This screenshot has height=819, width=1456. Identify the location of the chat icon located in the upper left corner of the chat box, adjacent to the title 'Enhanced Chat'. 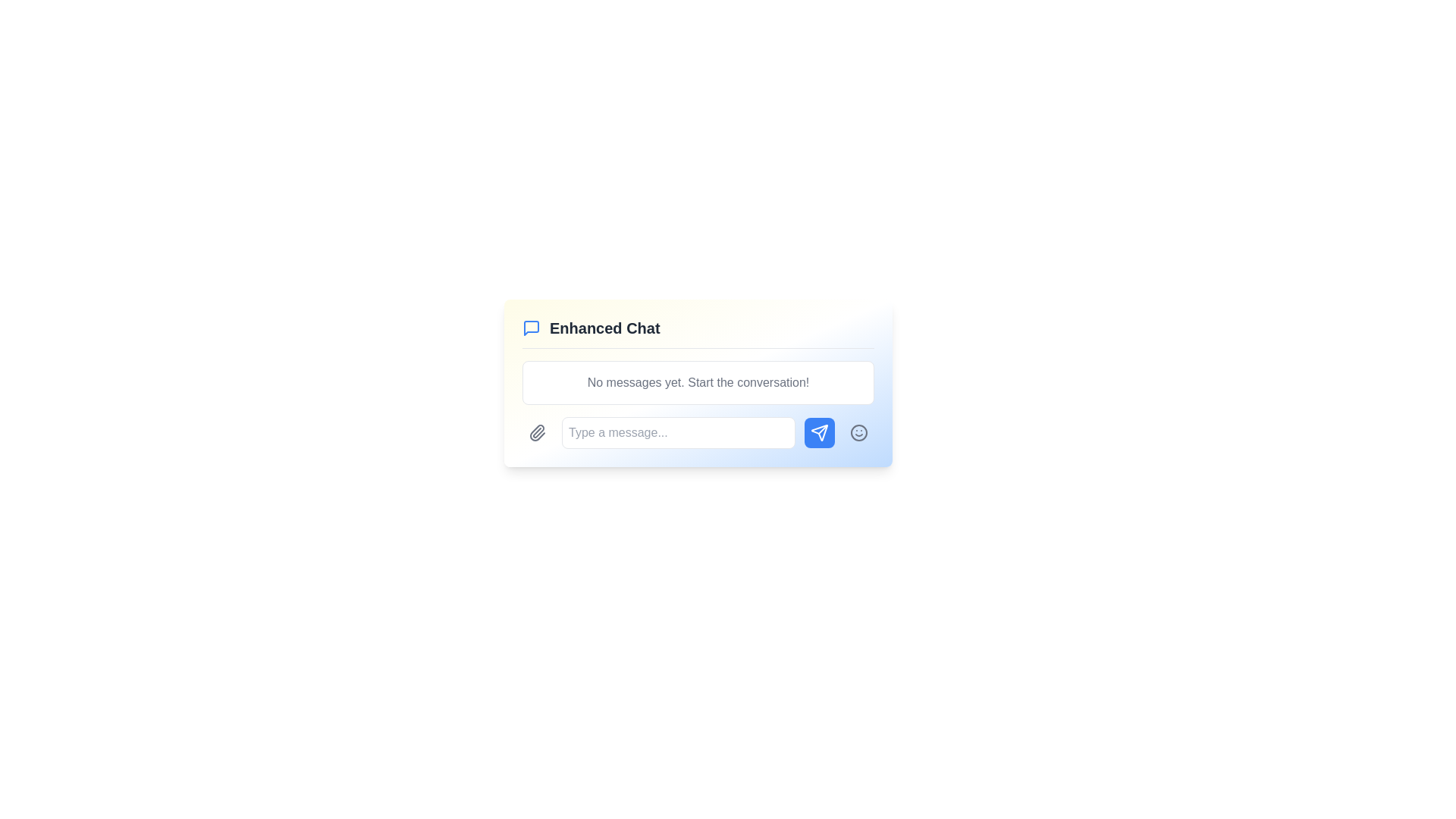
(531, 327).